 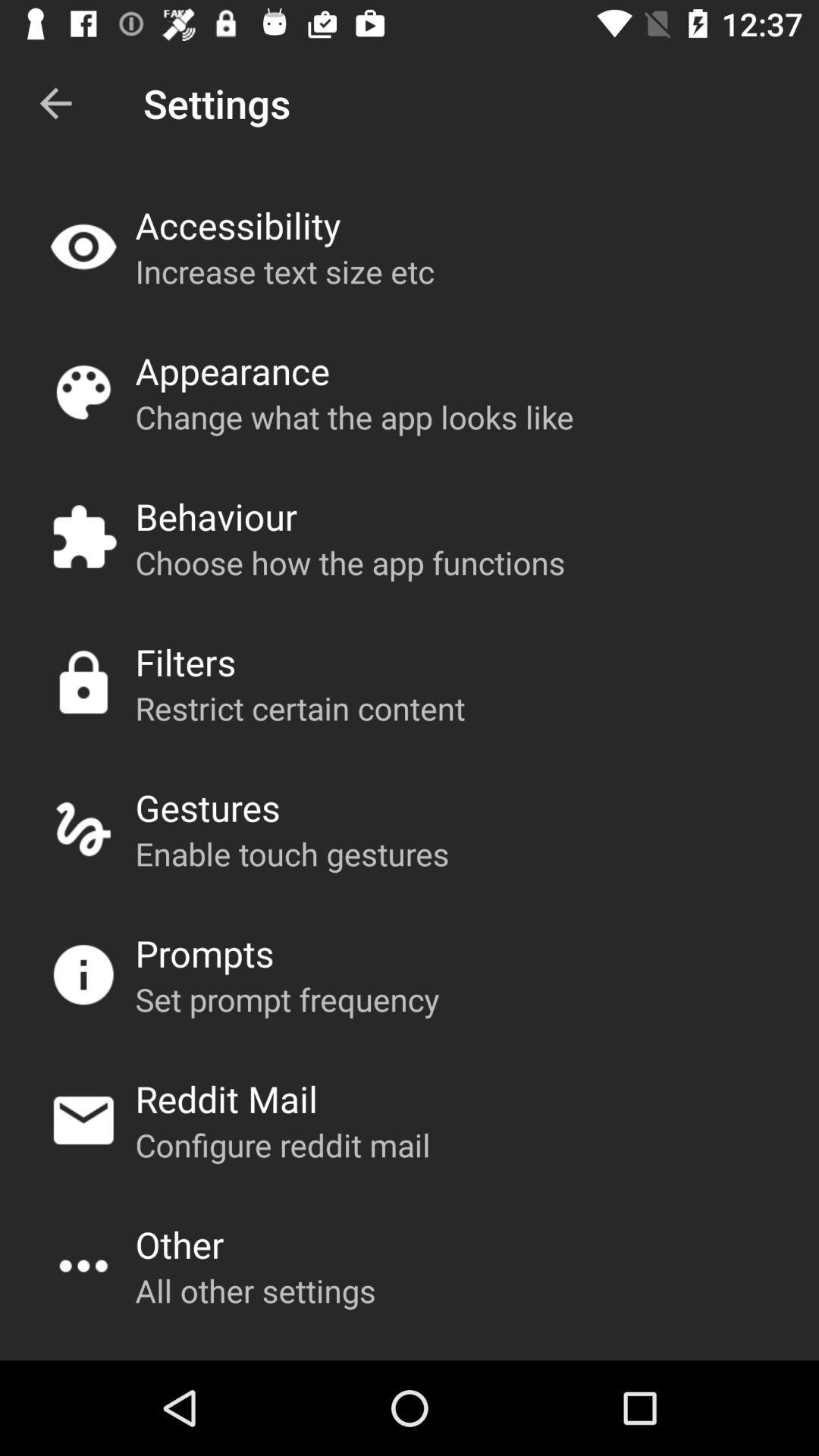 I want to click on app below enable touch gestures item, so click(x=205, y=952).